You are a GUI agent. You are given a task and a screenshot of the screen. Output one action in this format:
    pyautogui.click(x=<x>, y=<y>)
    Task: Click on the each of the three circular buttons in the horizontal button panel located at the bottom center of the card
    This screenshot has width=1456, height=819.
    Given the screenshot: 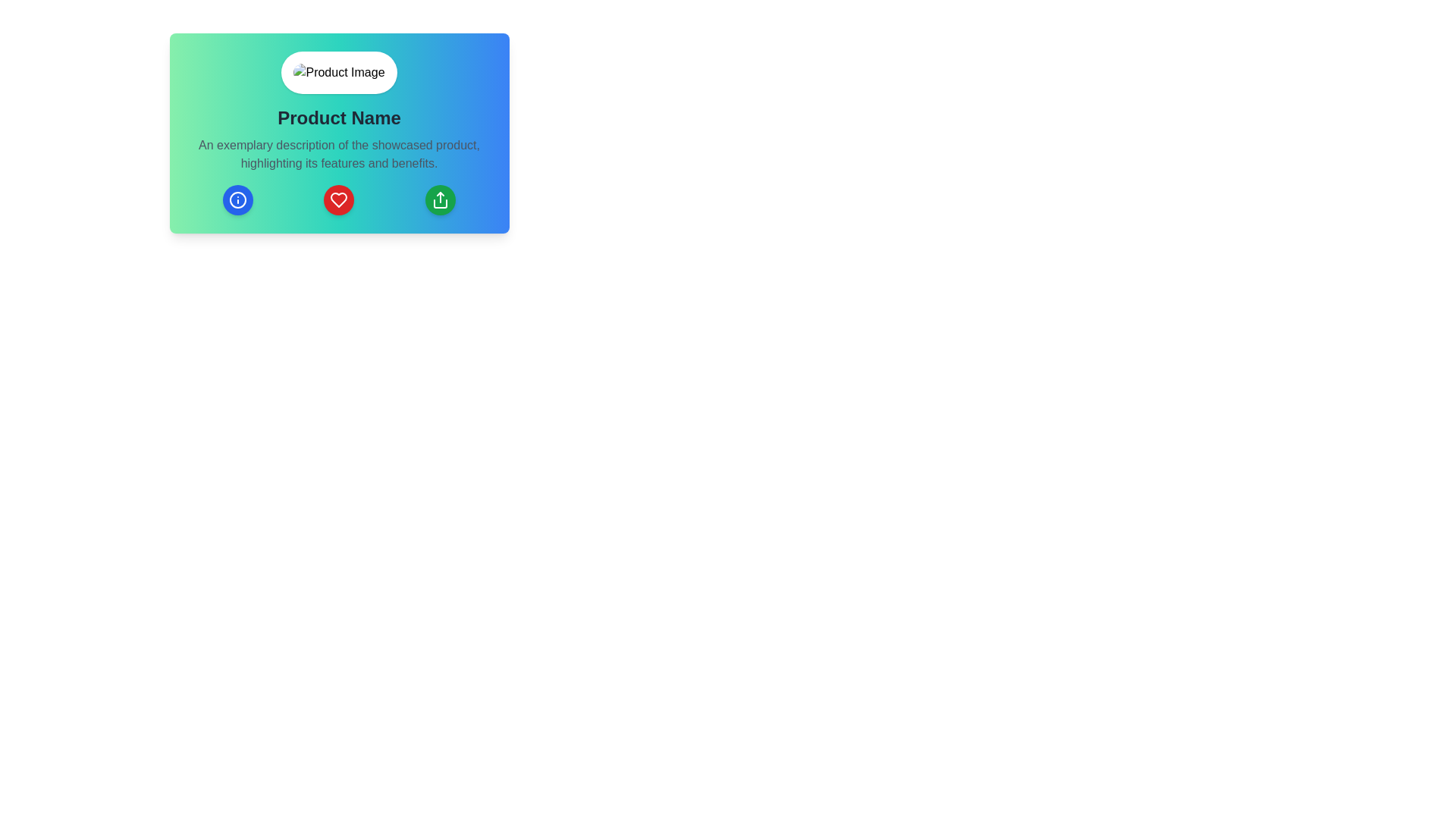 What is the action you would take?
    pyautogui.click(x=338, y=199)
    